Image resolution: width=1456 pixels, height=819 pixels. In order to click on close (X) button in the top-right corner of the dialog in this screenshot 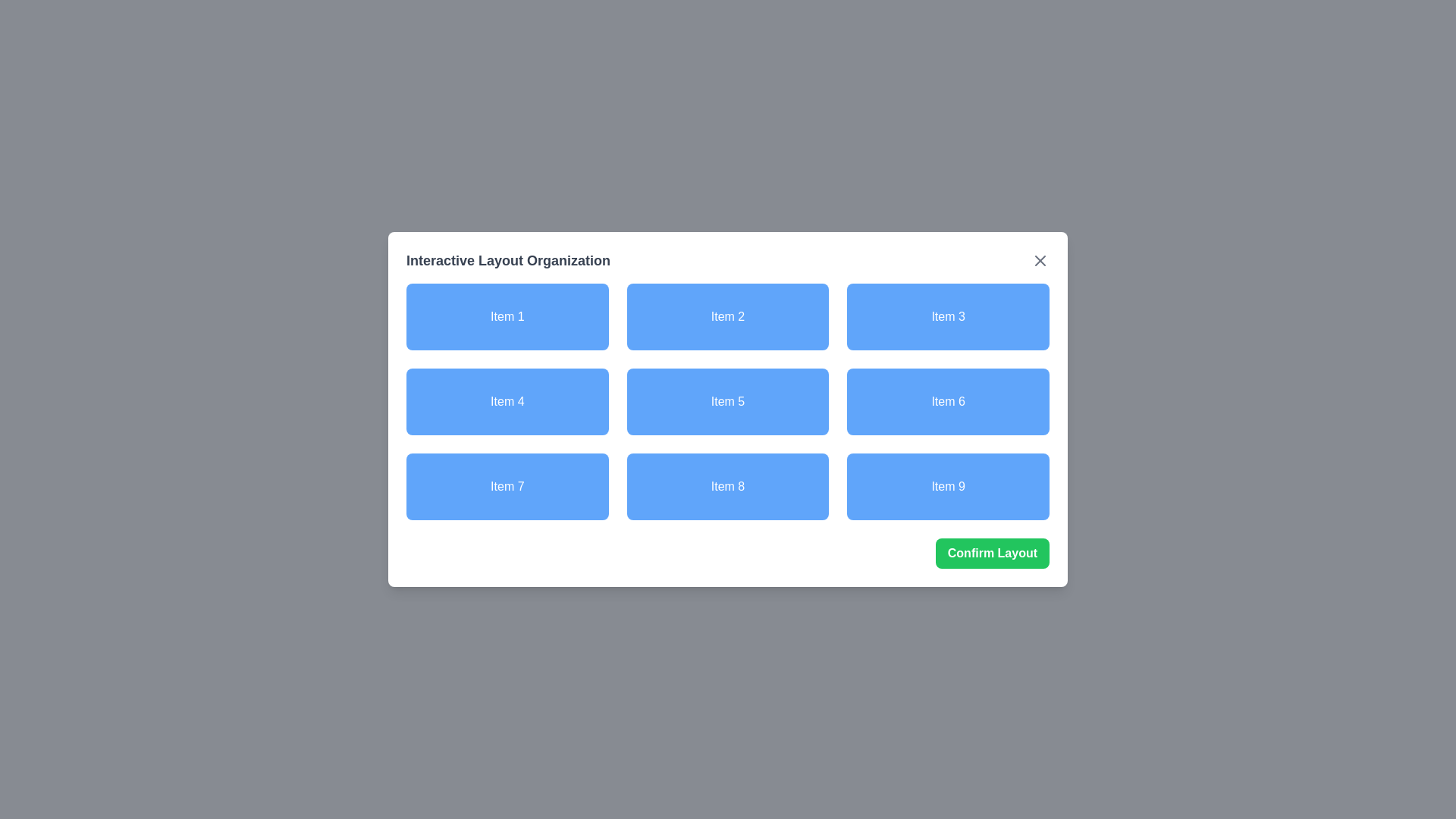, I will do `click(1040, 259)`.